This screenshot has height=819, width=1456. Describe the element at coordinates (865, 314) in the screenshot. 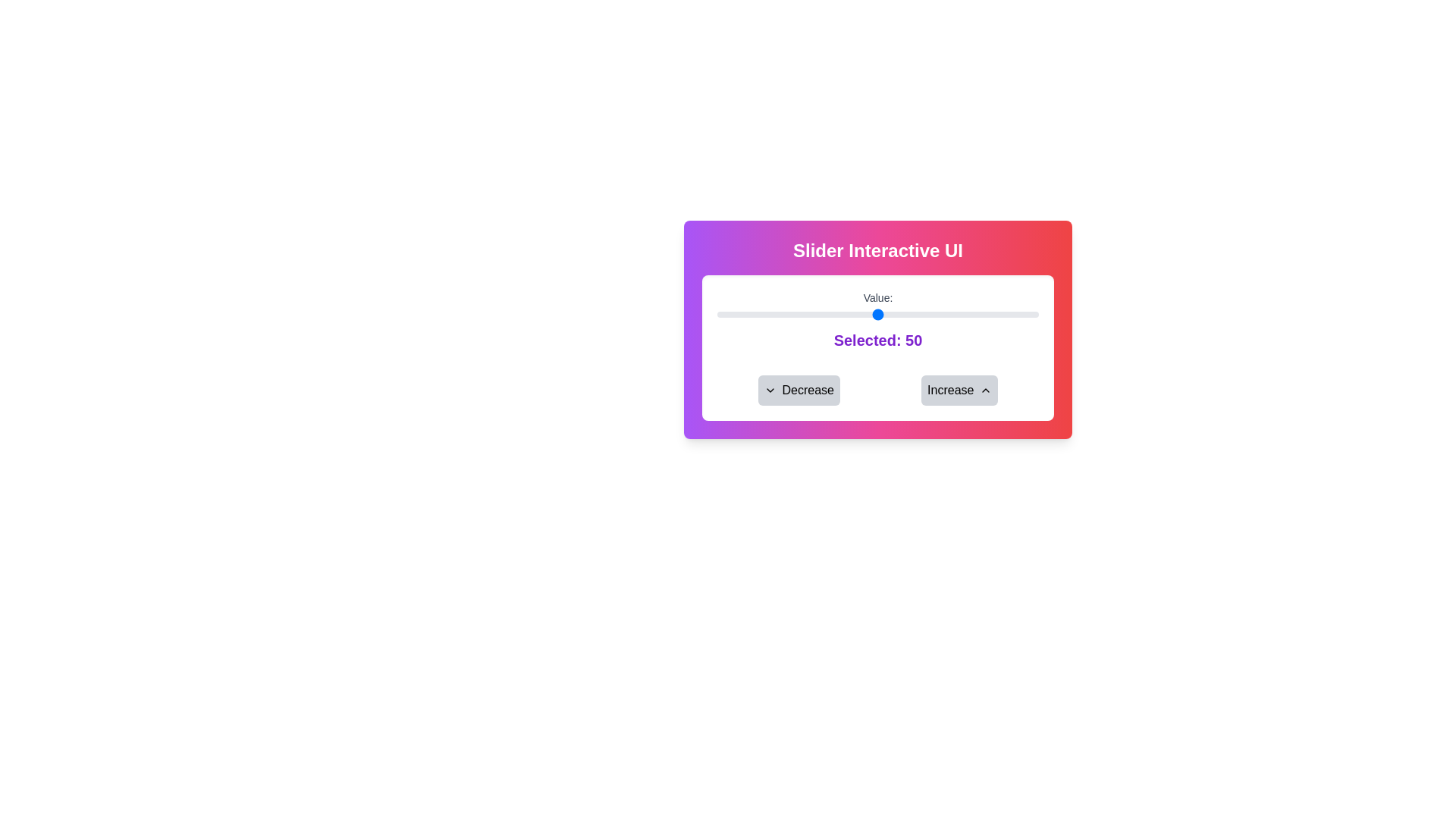

I see `the slider` at that location.